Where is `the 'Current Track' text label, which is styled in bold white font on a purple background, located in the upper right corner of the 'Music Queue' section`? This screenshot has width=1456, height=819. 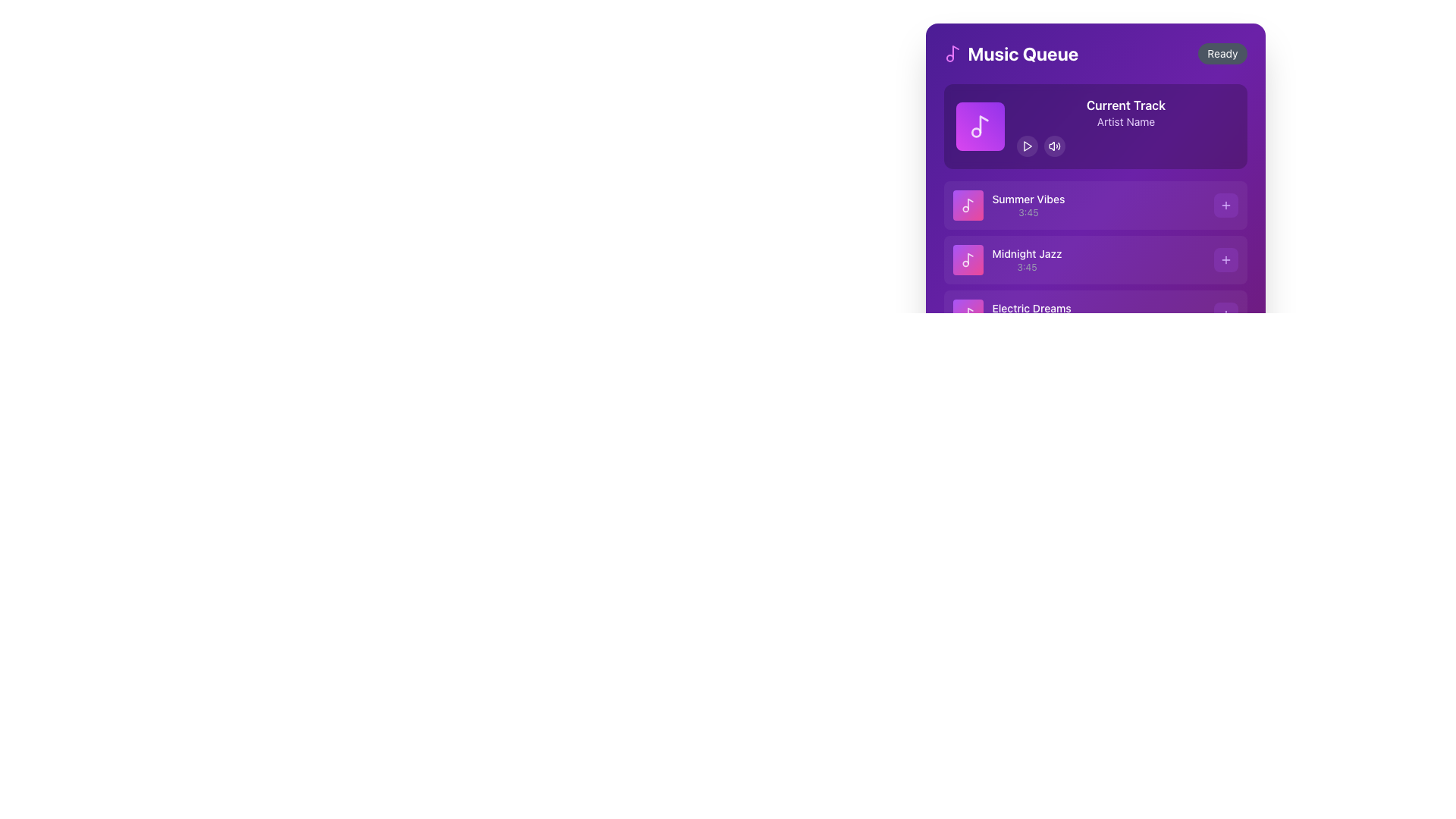 the 'Current Track' text label, which is styled in bold white font on a purple background, located in the upper right corner of the 'Music Queue' section is located at coordinates (1125, 104).